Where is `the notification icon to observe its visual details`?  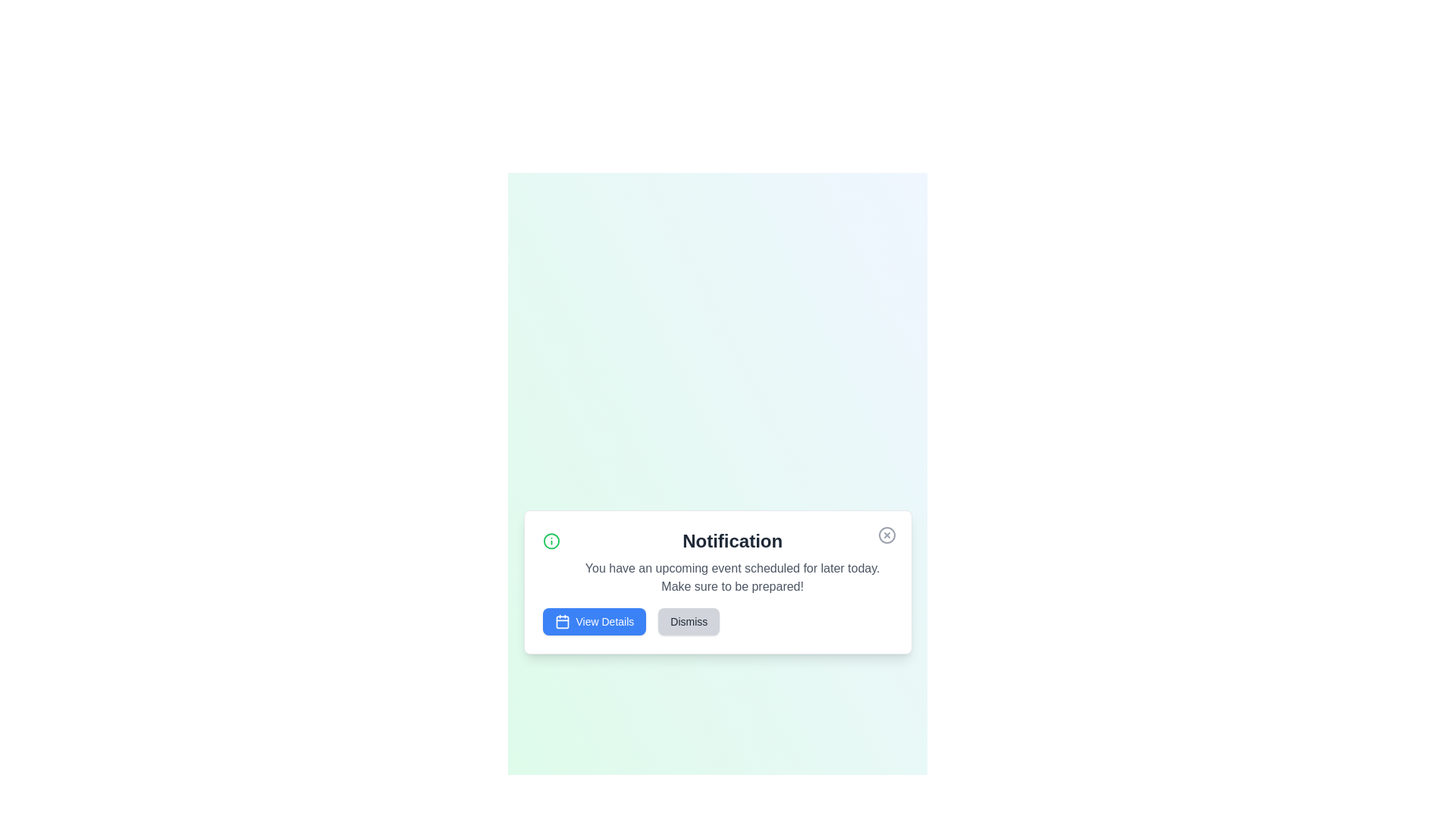 the notification icon to observe its visual details is located at coordinates (550, 540).